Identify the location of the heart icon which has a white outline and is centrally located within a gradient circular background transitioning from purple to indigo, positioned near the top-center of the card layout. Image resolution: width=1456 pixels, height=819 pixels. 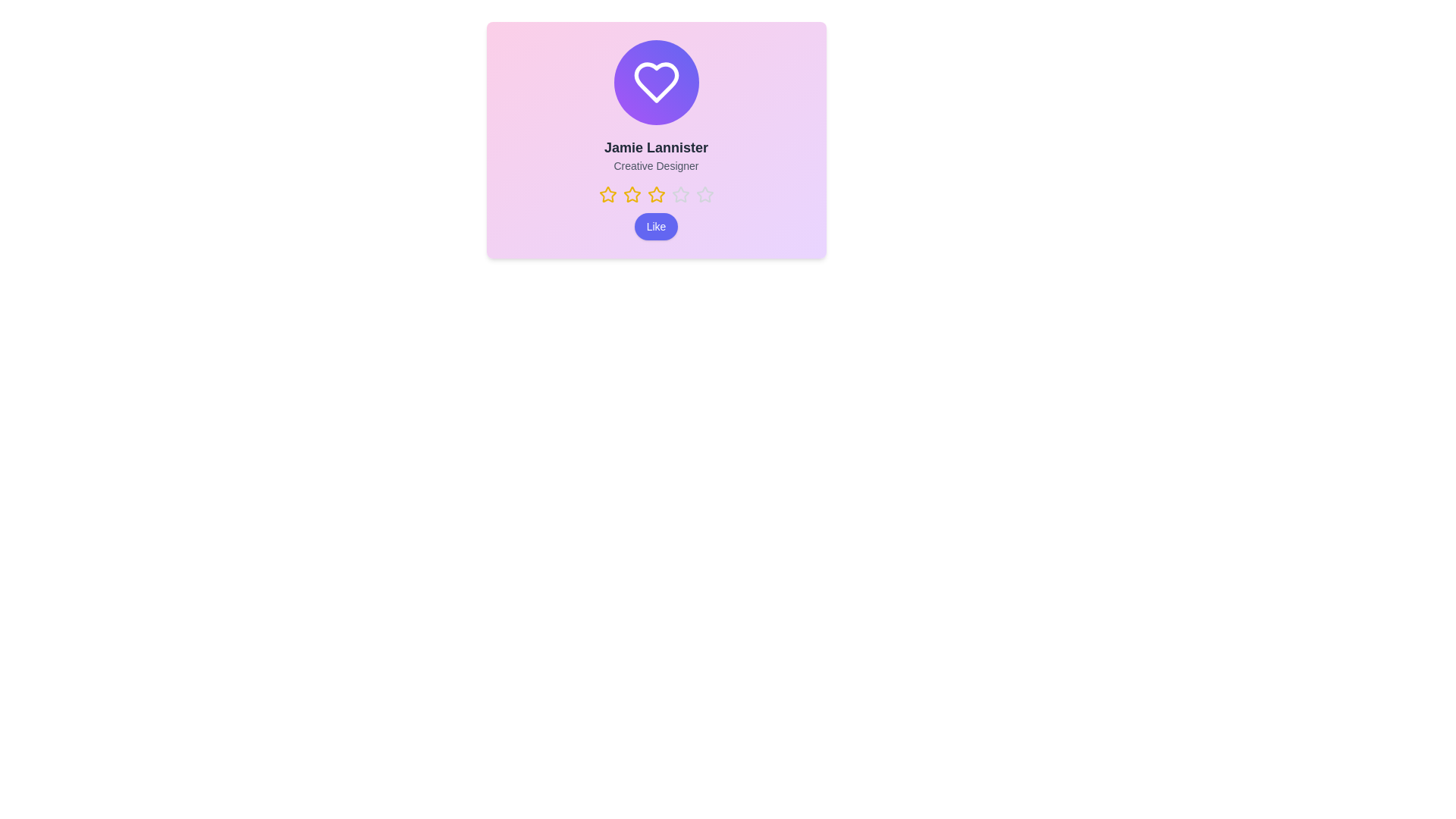
(656, 82).